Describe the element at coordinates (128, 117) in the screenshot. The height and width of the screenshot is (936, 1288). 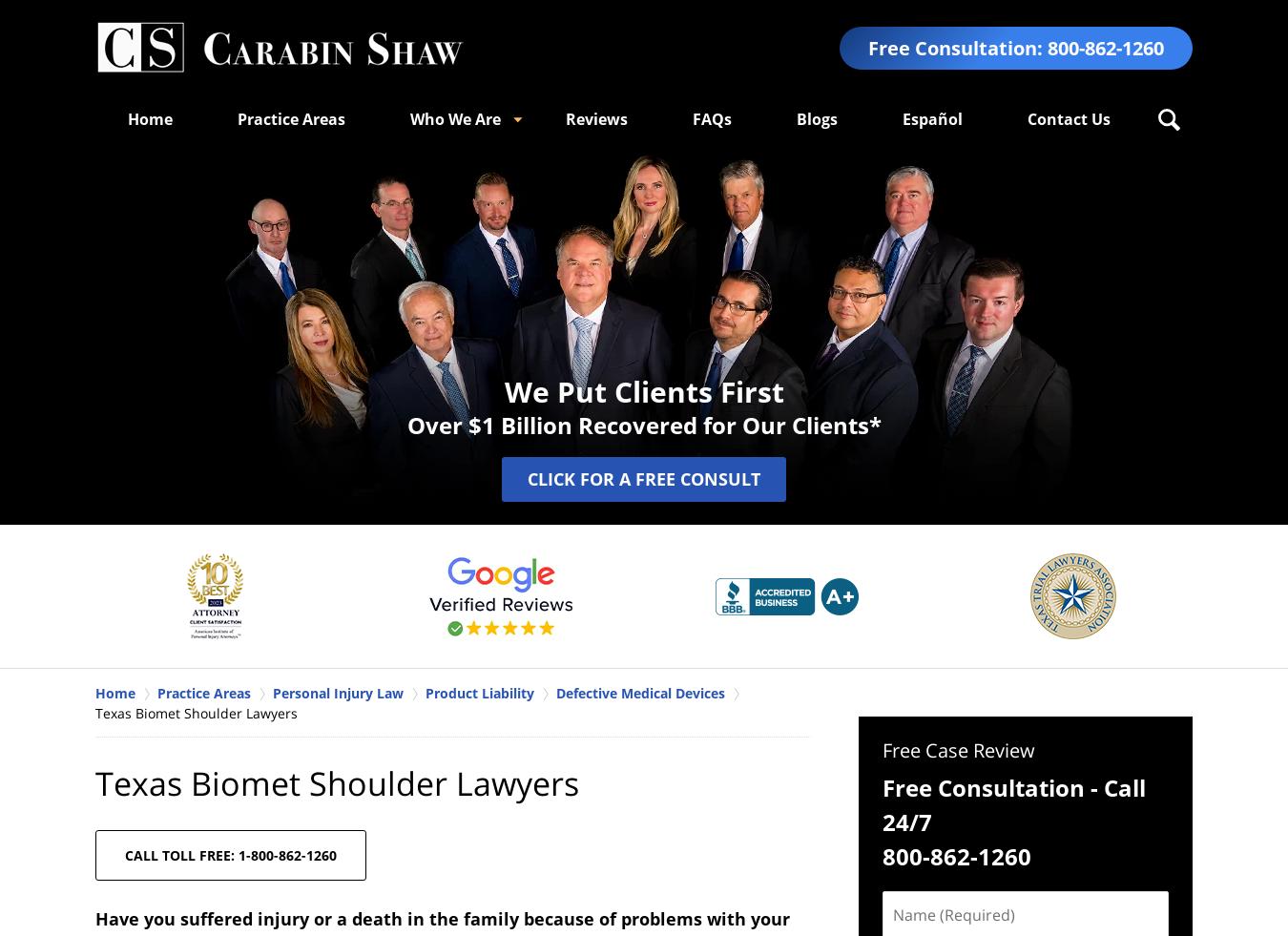
I see `'Home'` at that location.